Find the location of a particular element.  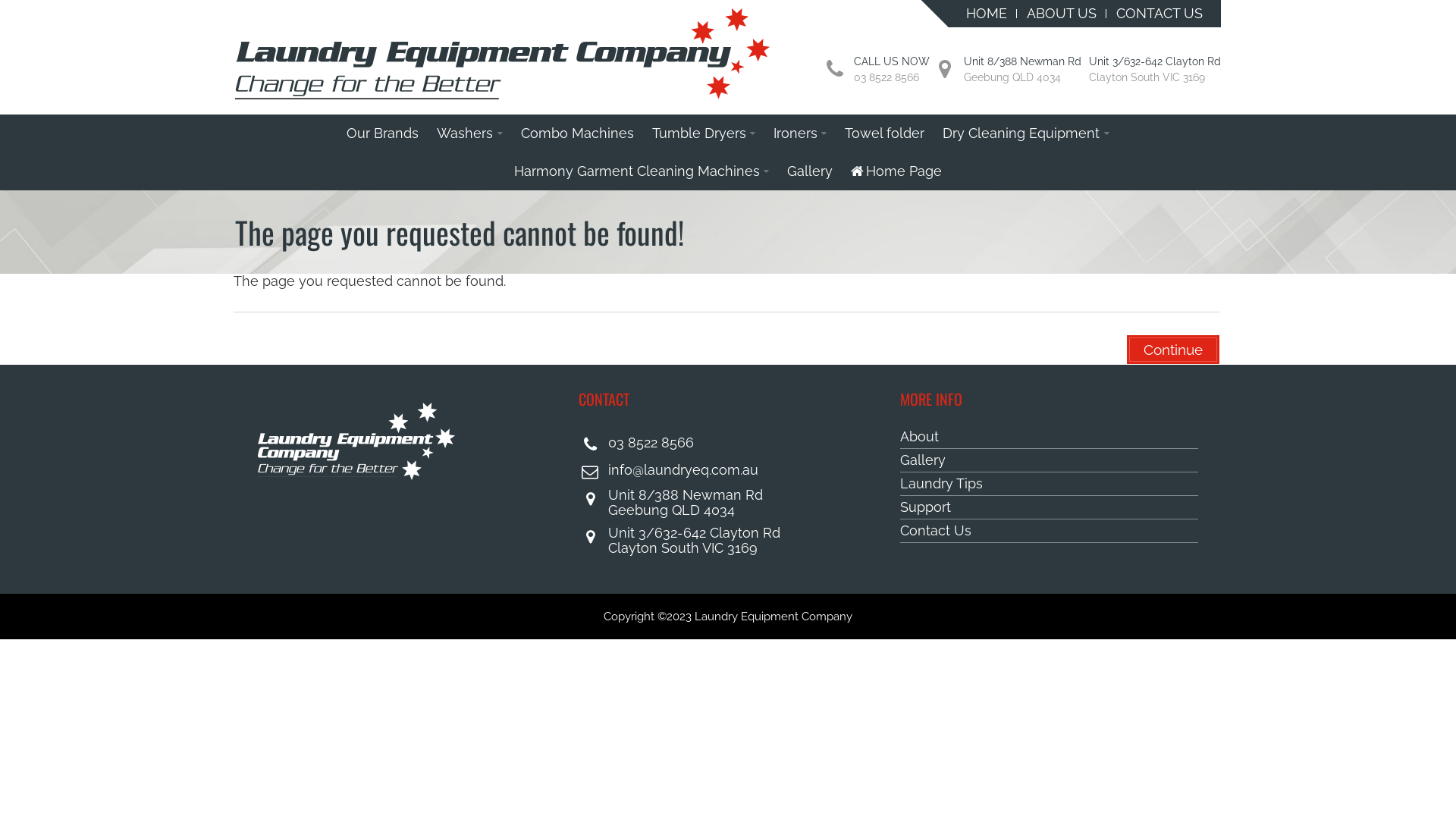

'Continue' is located at coordinates (1172, 350).